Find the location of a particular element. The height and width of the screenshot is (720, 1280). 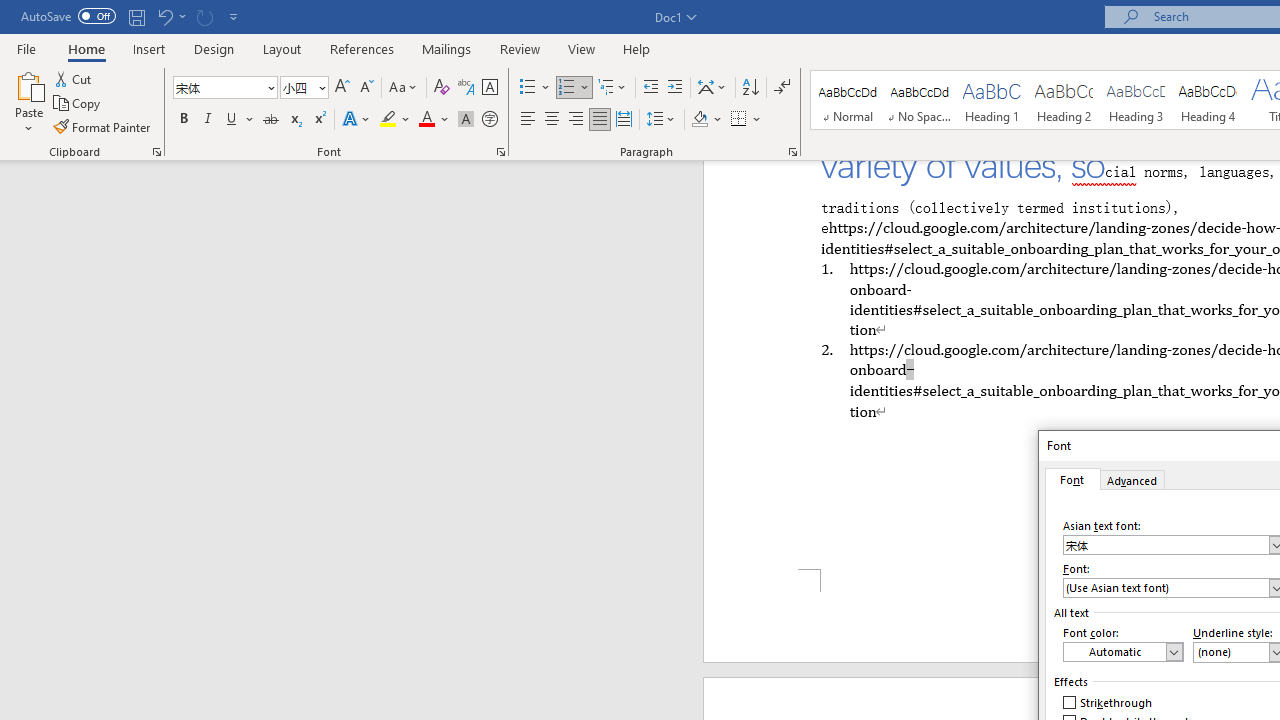

'Format Painter' is located at coordinates (102, 127).